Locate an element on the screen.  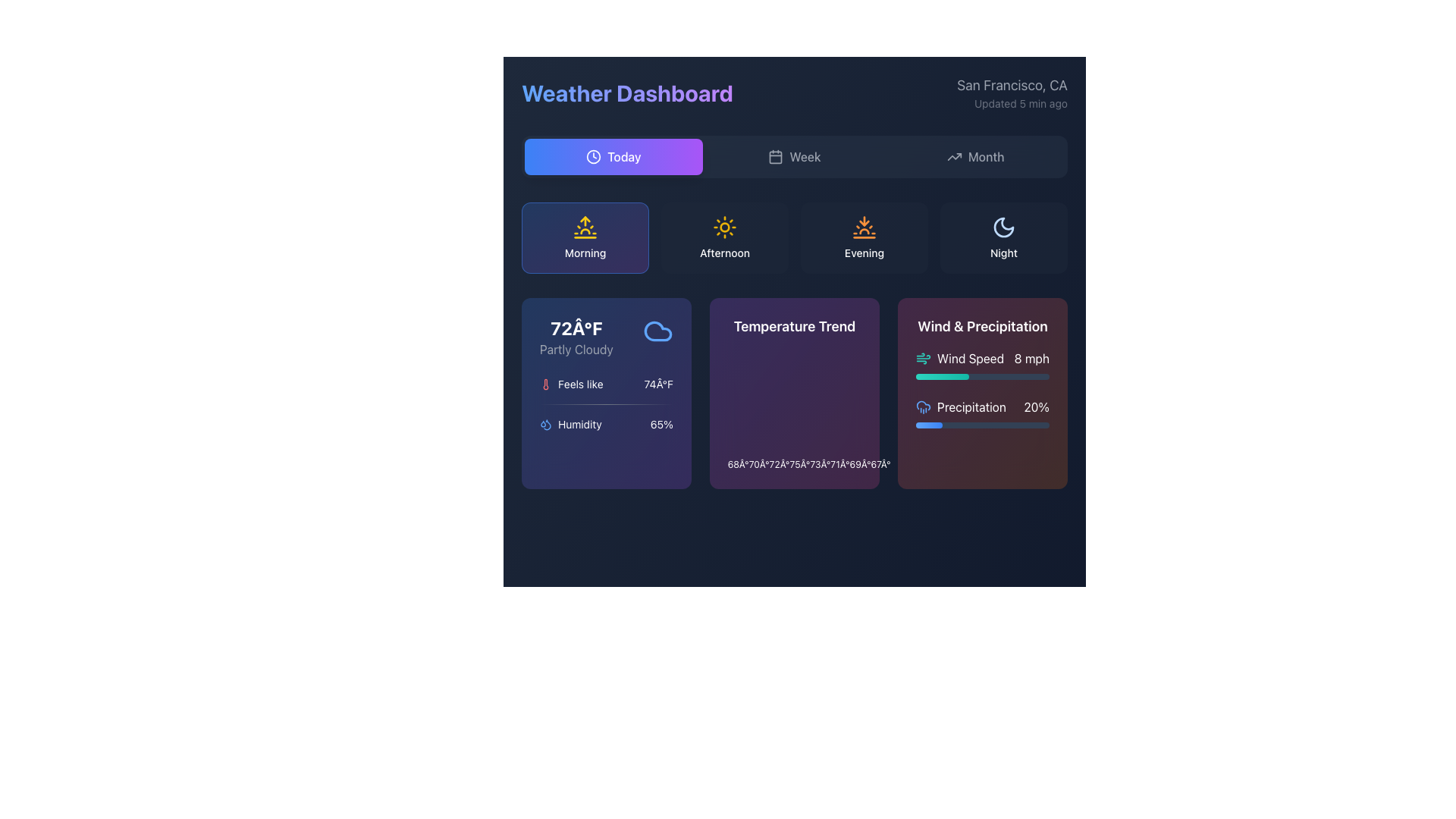
the Informational card displaying weather information related to wind speed and precipitation, located at the bottom-right corner of the layout is located at coordinates (983, 393).